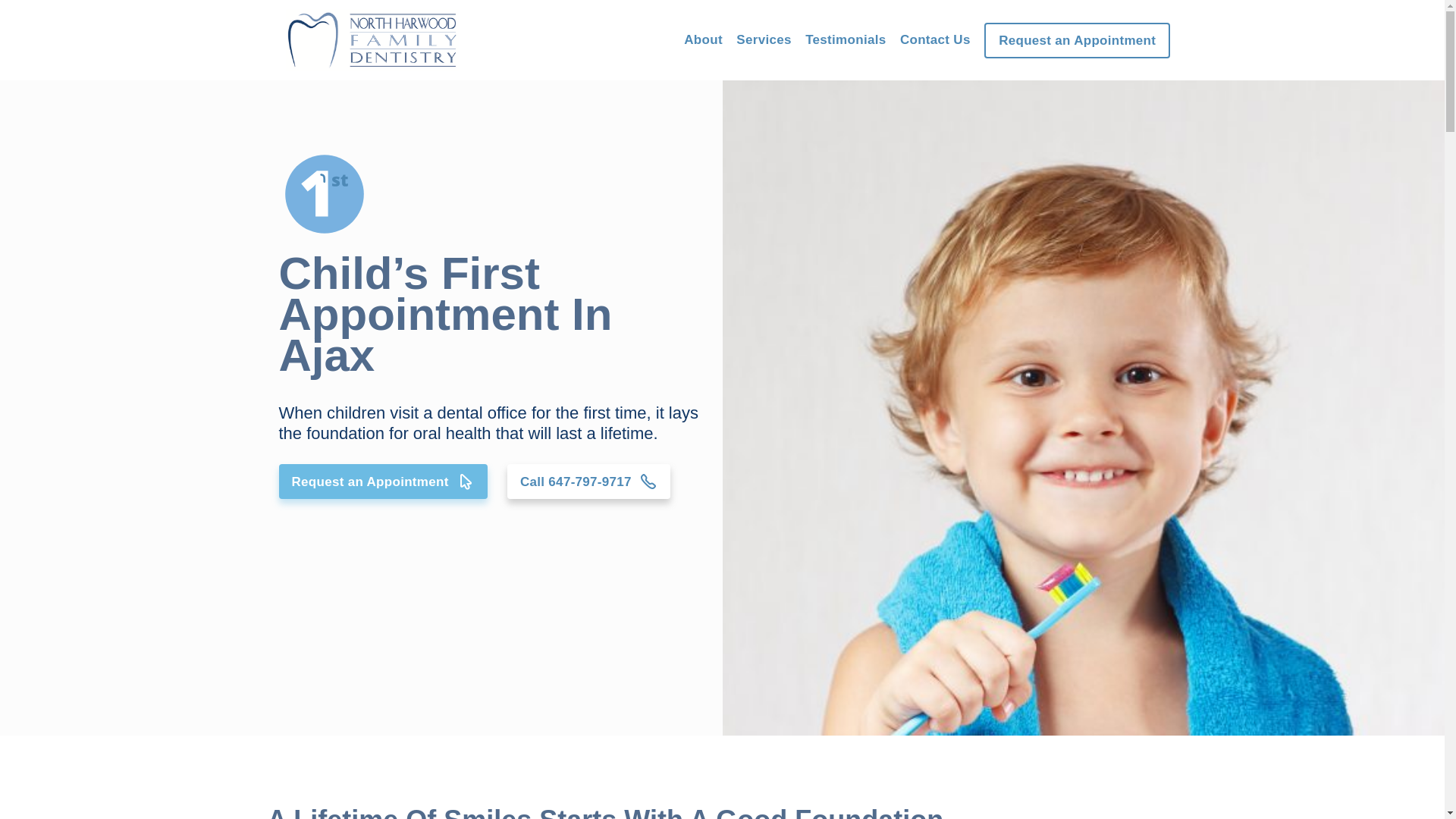 This screenshot has width=1456, height=819. Describe the element at coordinates (383, 482) in the screenshot. I see `'Request an Appointment'` at that location.